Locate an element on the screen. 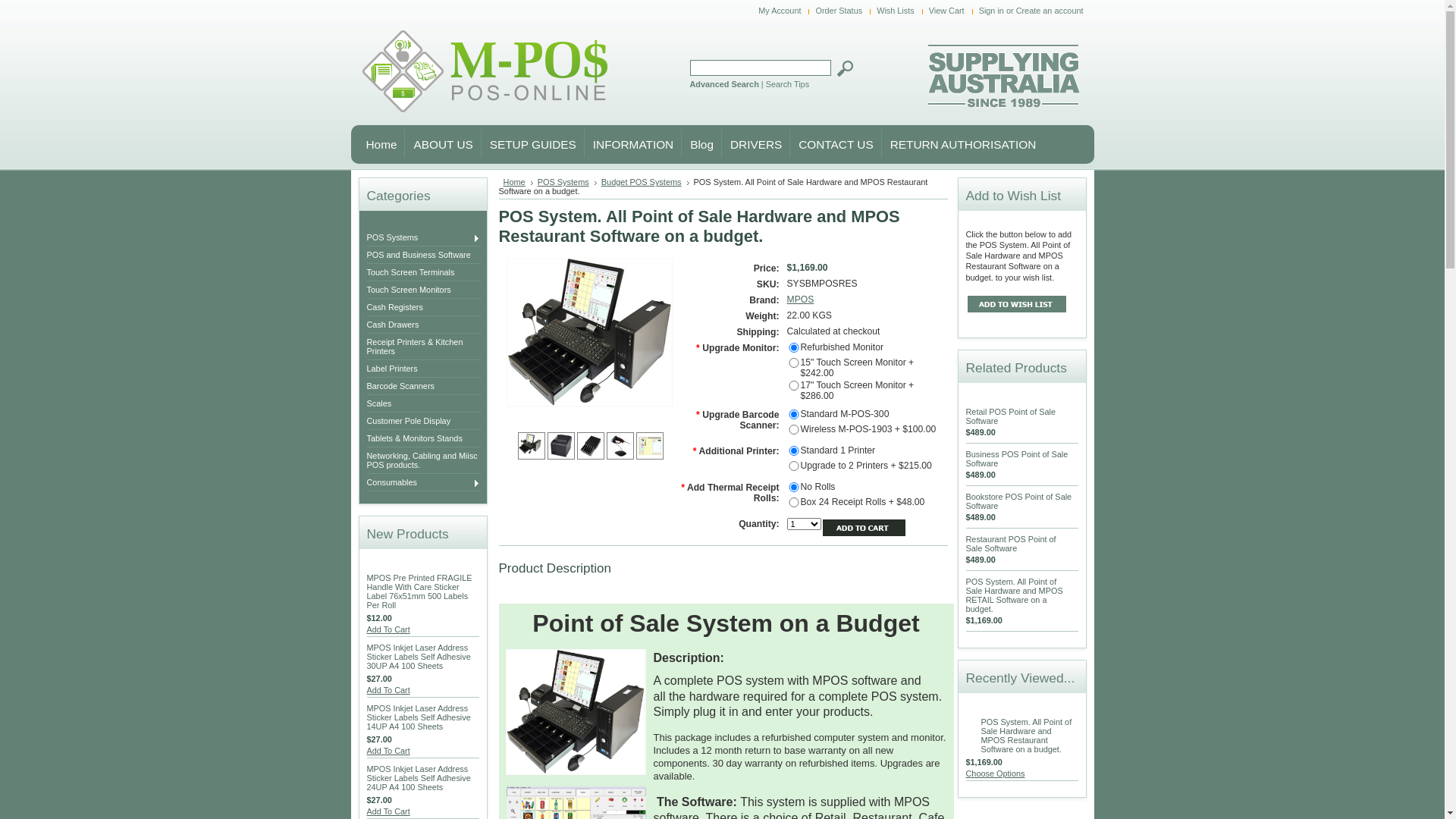 The width and height of the screenshot is (1456, 819). 'Order Status' is located at coordinates (839, 11).